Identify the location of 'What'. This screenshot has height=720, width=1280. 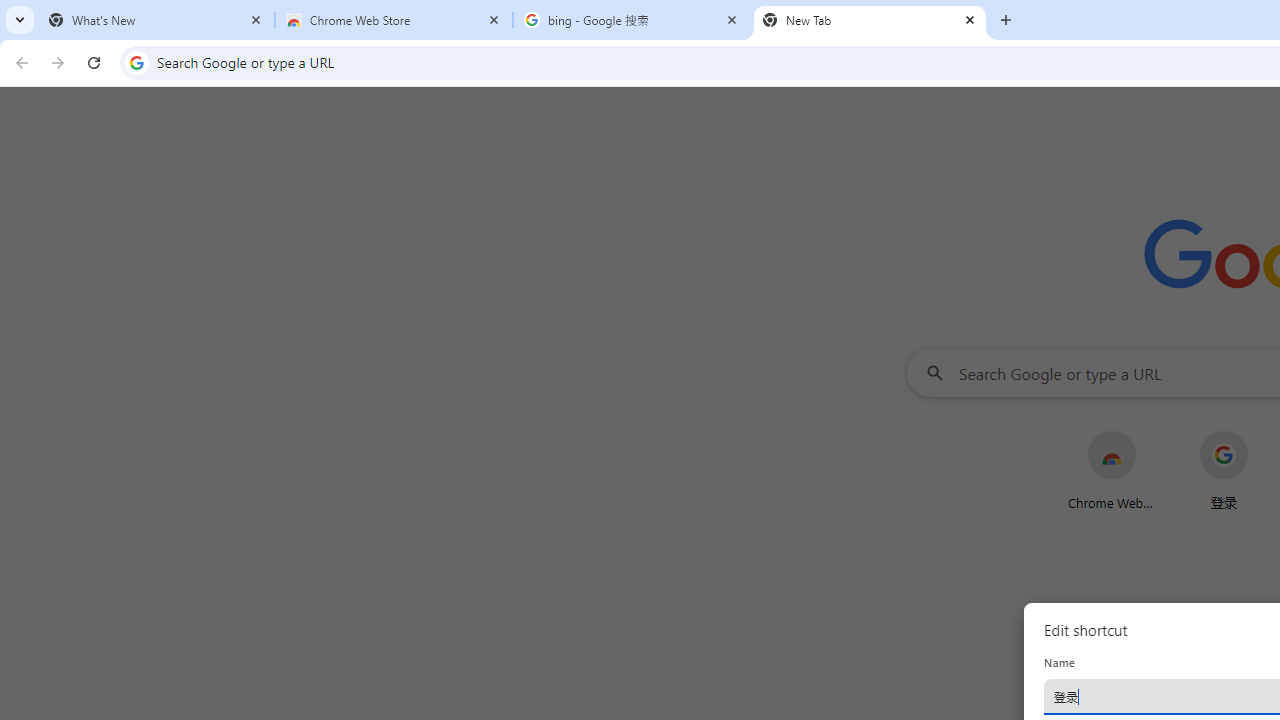
(155, 20).